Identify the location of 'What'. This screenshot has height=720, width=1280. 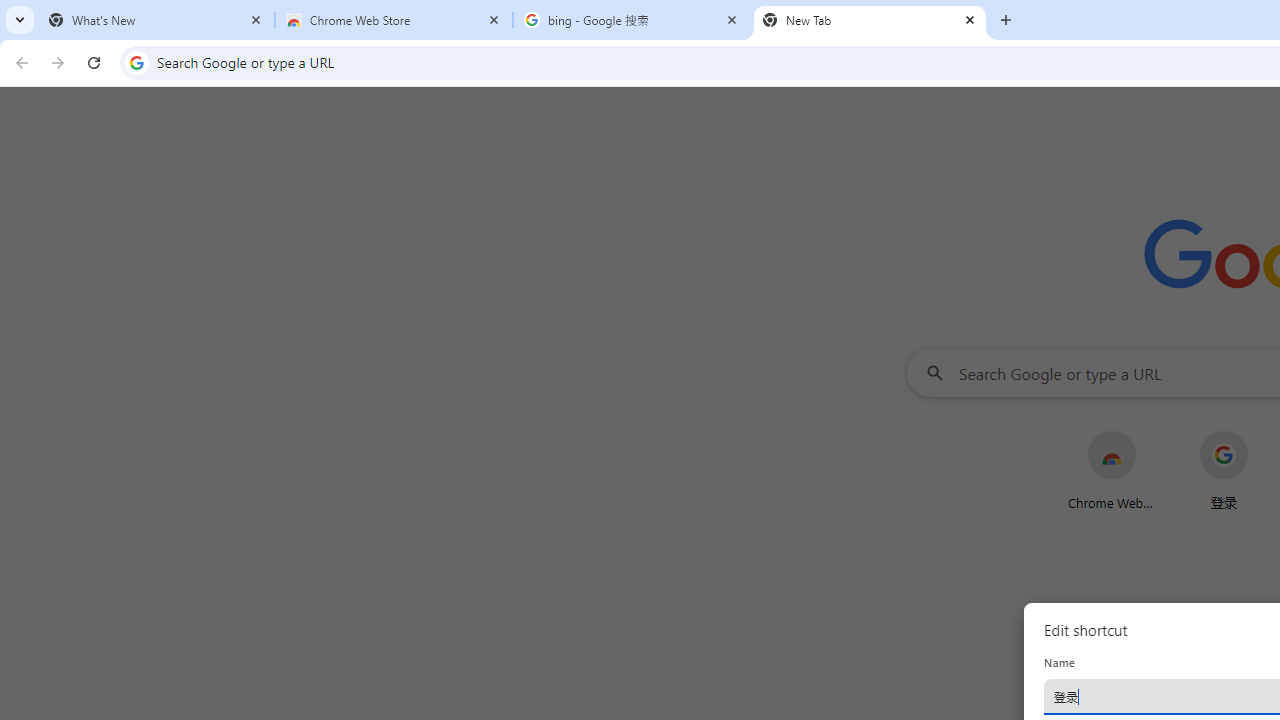
(155, 20).